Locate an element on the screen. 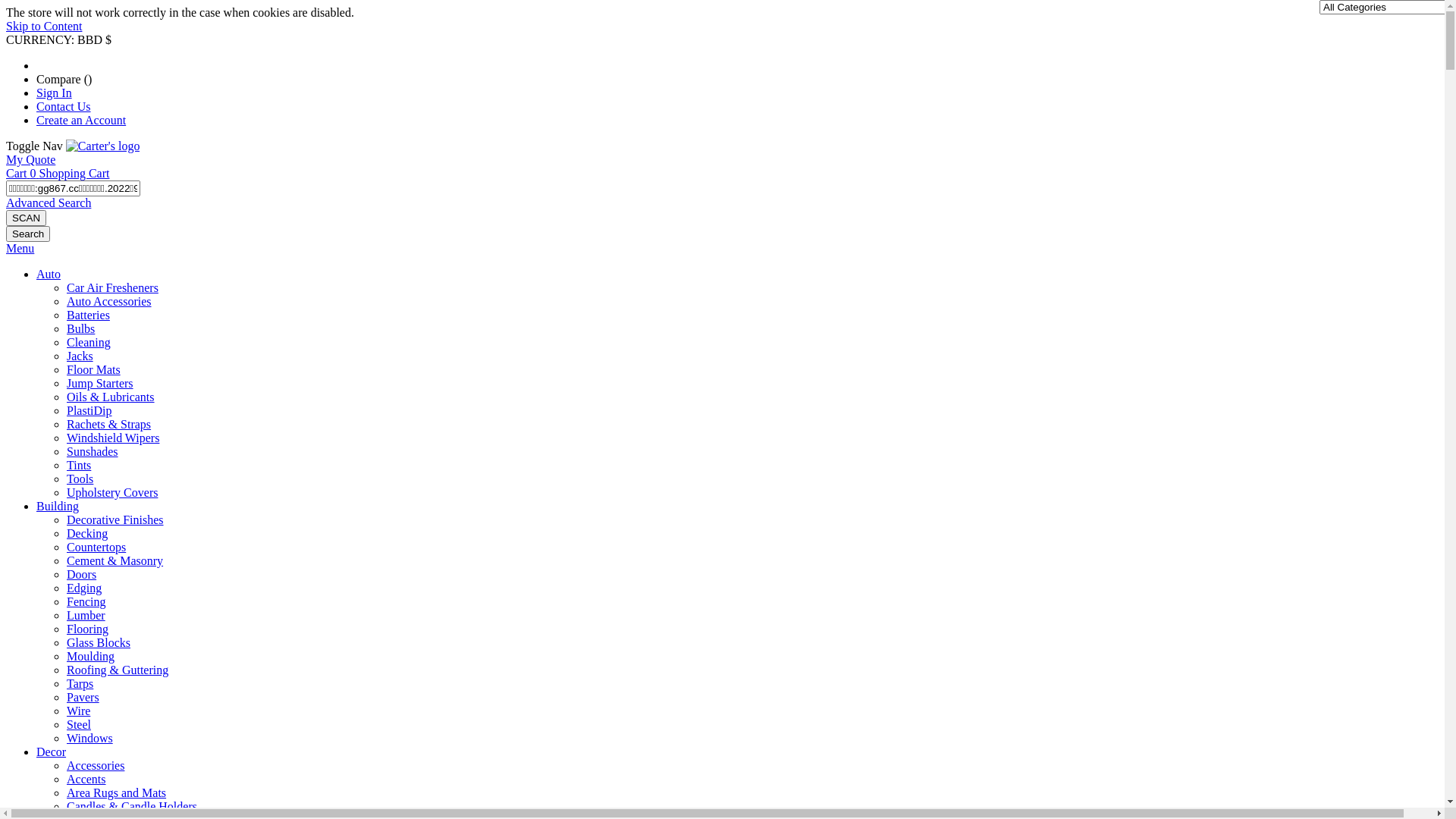  'Steel' is located at coordinates (78, 723).